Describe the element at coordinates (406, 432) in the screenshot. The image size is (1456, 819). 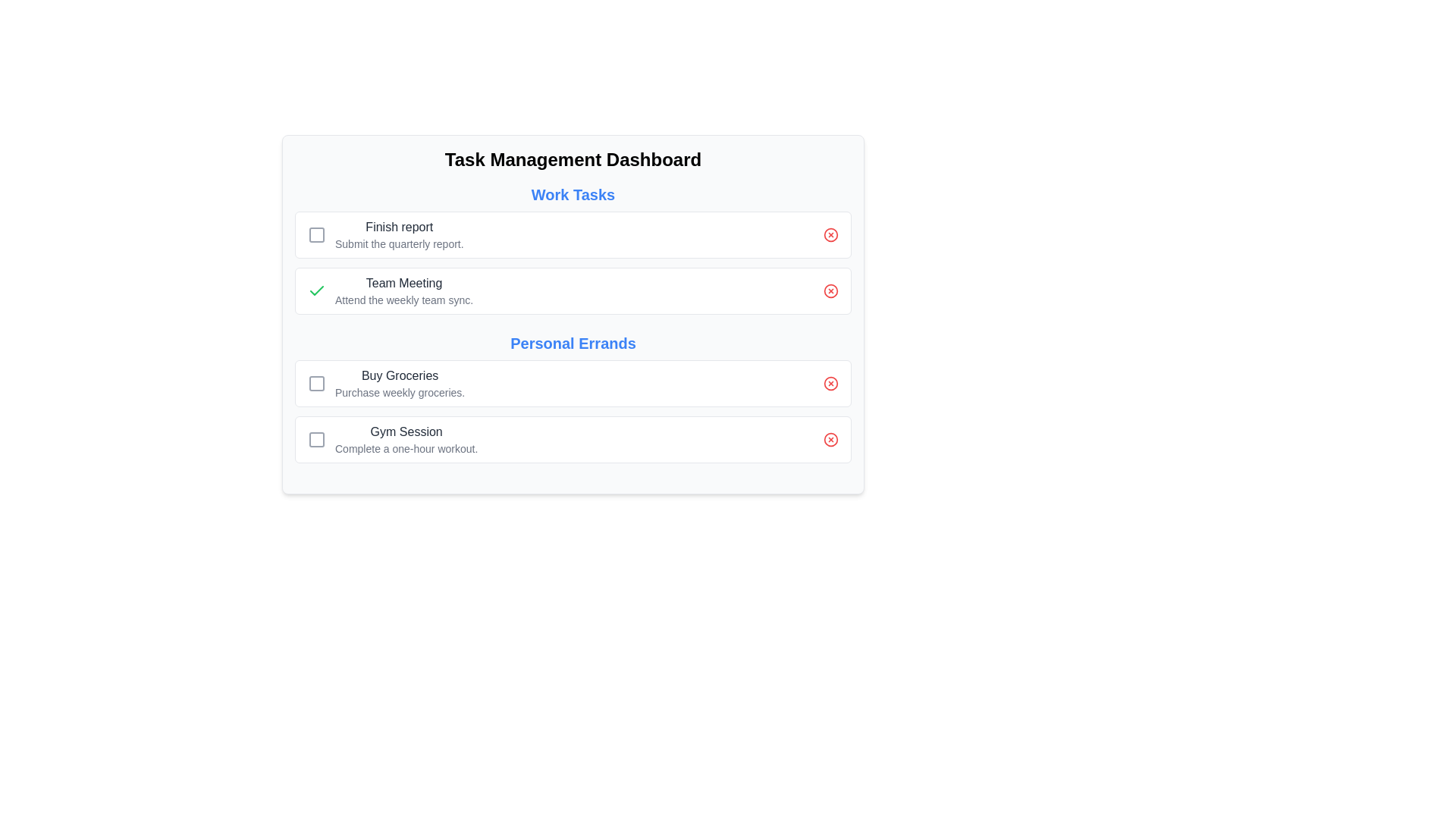
I see `the Text label that serves as a title for a task item in the 'Personal Errands' section, positioned below 'Buy Groceries' and above 'Complete a one-hour workout.'` at that location.